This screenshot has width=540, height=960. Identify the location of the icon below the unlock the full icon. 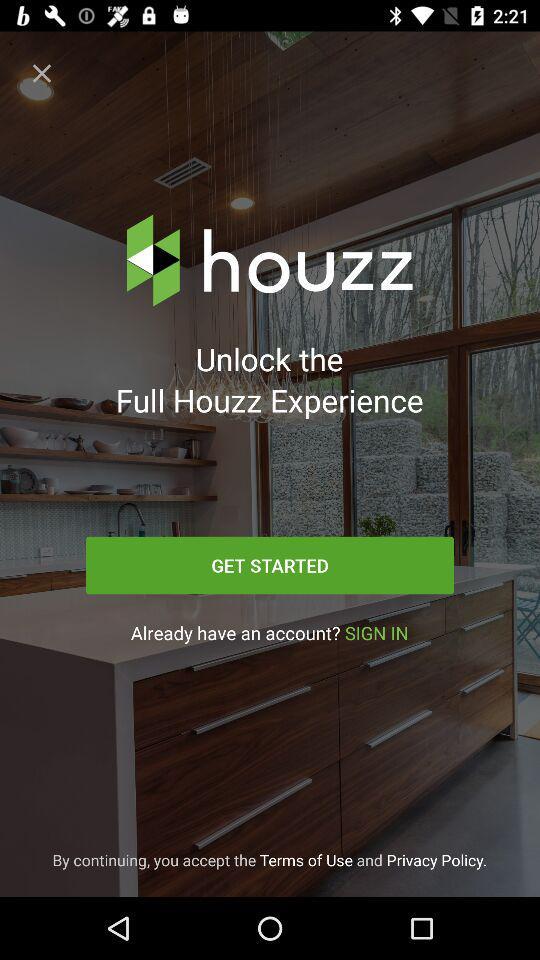
(270, 565).